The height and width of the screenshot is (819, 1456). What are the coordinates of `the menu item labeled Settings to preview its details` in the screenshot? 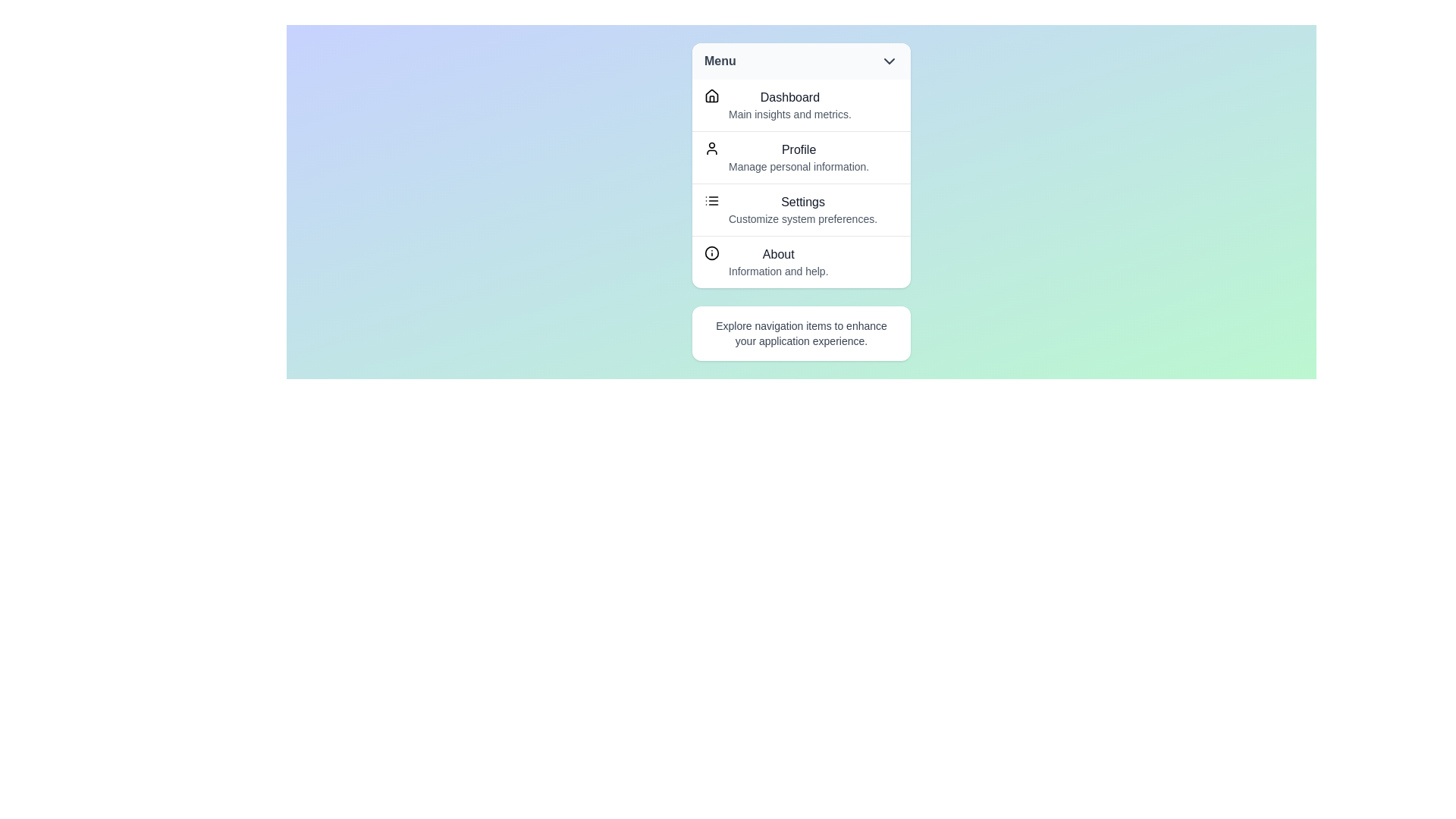 It's located at (800, 209).